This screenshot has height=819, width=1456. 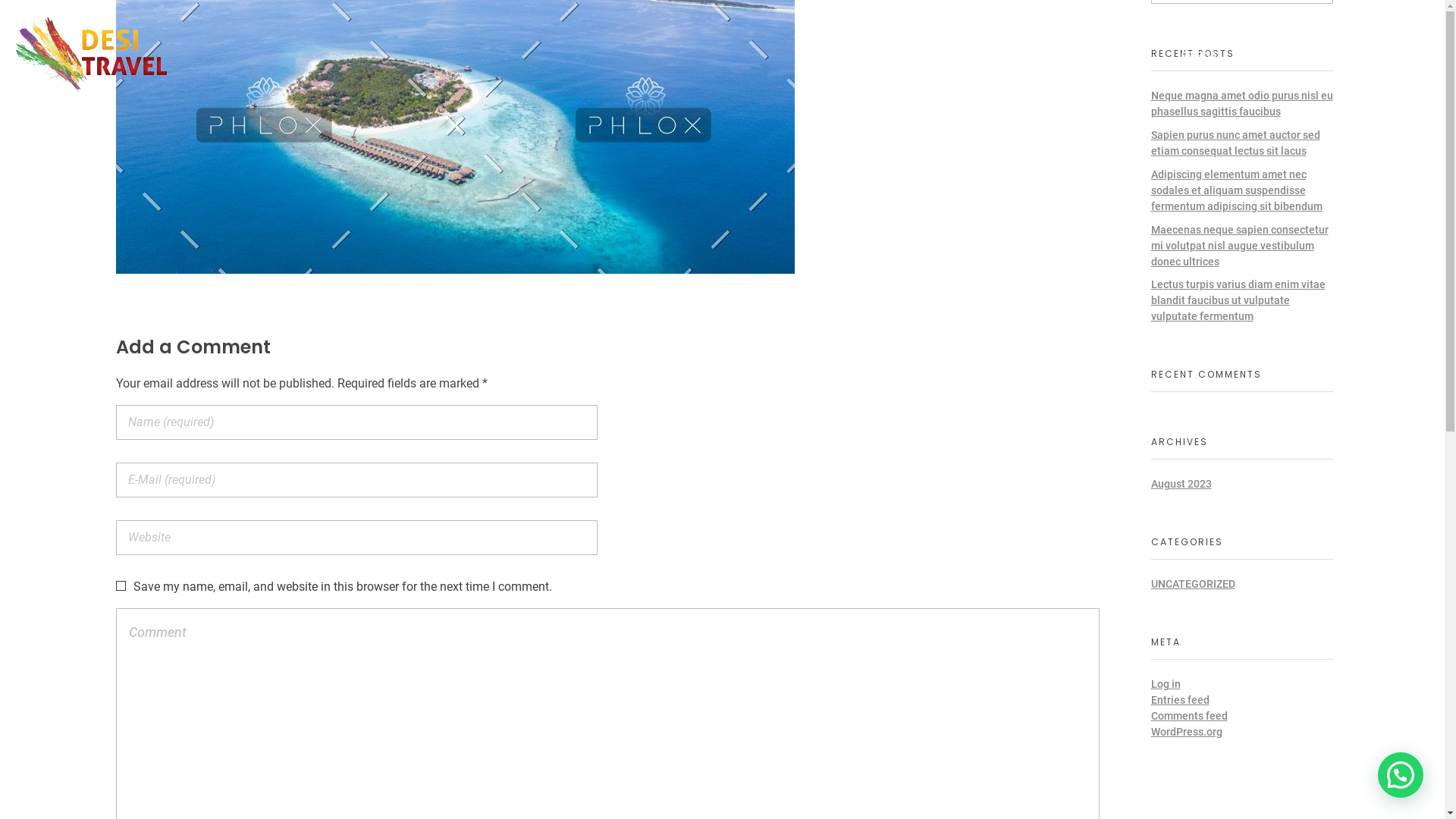 What do you see at coordinates (1181, 483) in the screenshot?
I see `'August 2023'` at bounding box center [1181, 483].